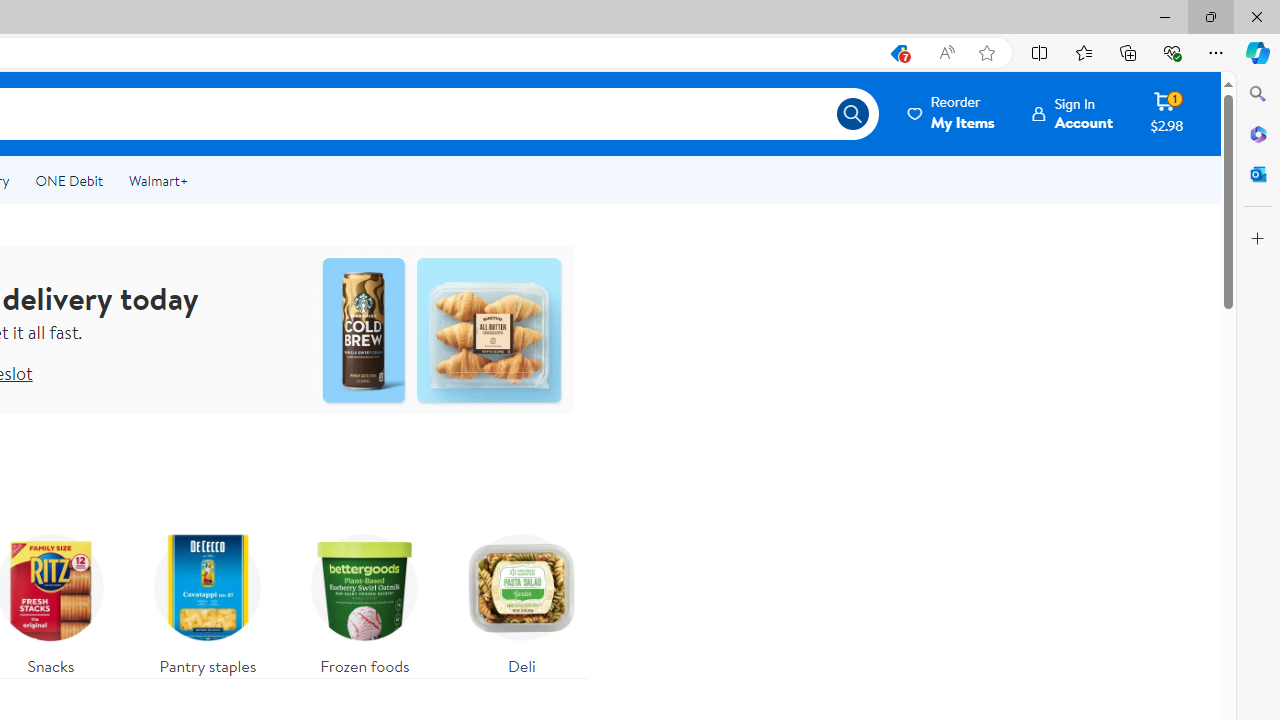 This screenshot has width=1280, height=720. I want to click on 'Frozen foods', so click(364, 598).